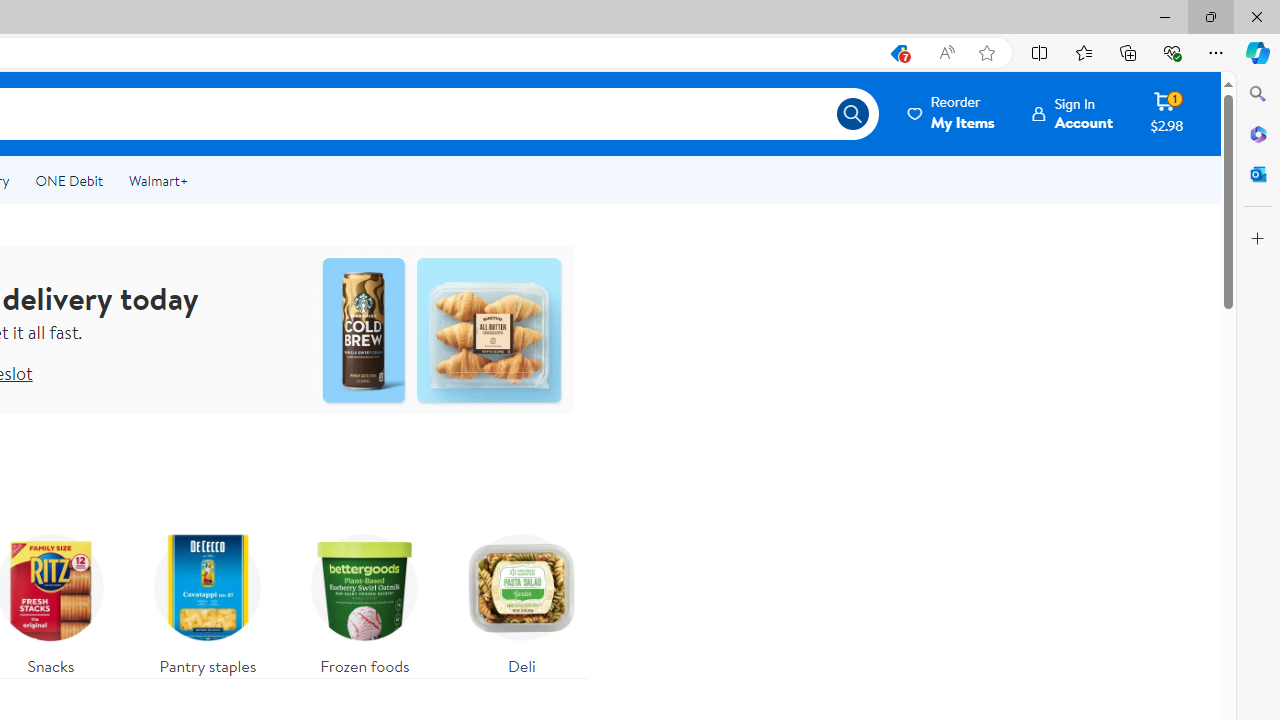 This screenshot has width=1280, height=720. I want to click on 'Frozen foods', so click(364, 598).